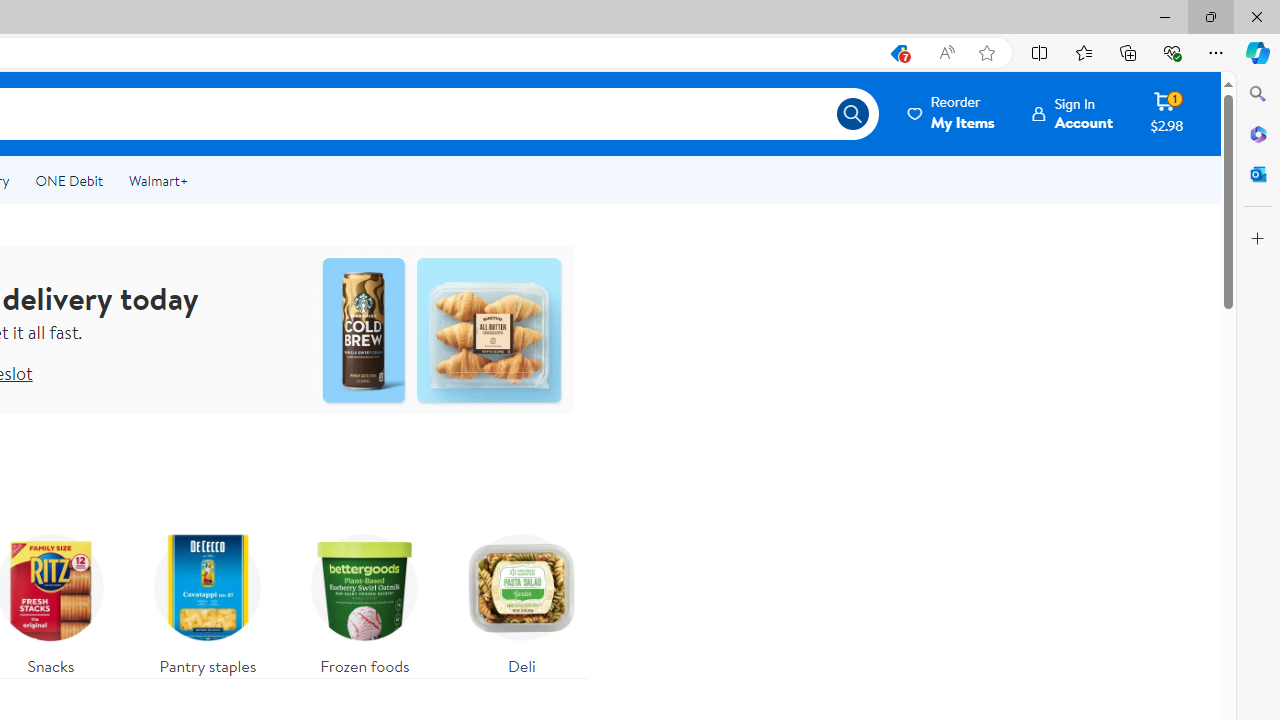 This screenshot has width=1280, height=720. I want to click on 'Frozen foods', so click(364, 598).